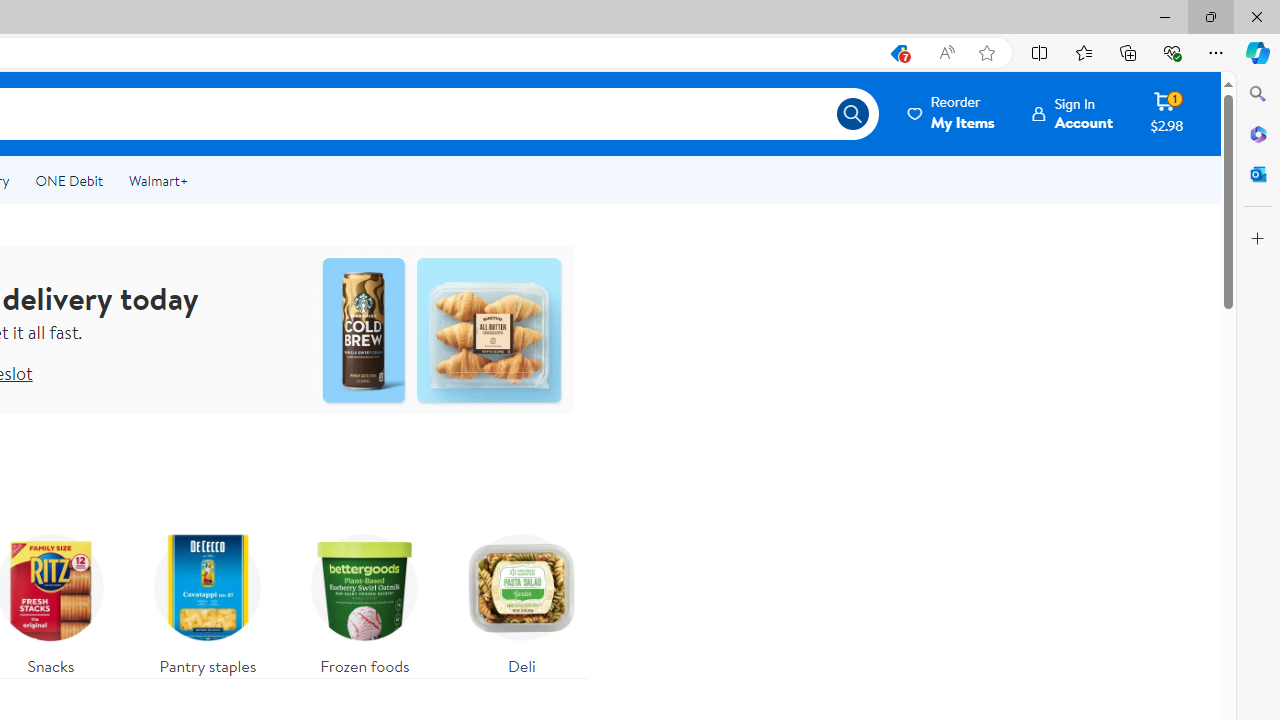 This screenshot has width=1280, height=720. I want to click on 'Frozen foods', so click(364, 598).